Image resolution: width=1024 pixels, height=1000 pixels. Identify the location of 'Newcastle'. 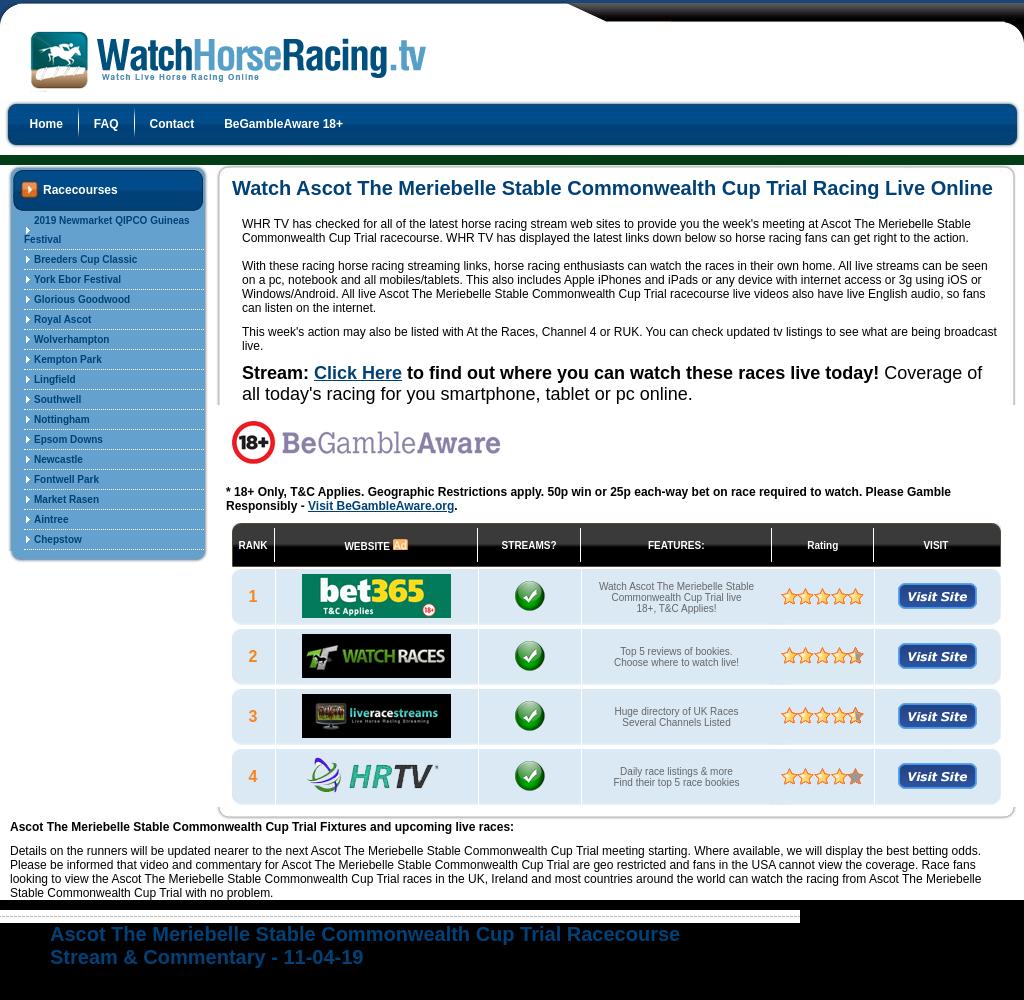
(56, 458).